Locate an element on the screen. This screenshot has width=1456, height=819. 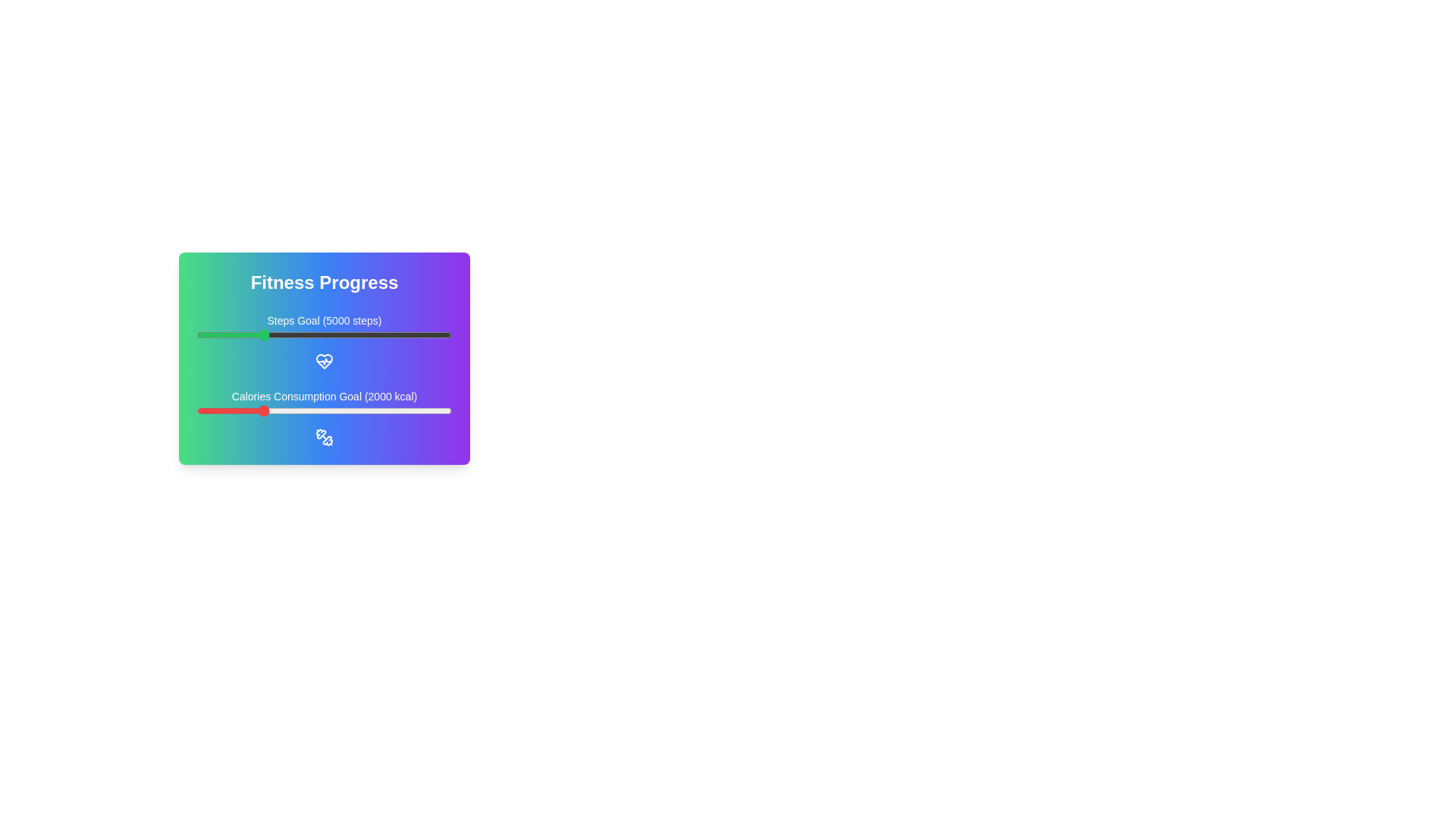
the calories goal is located at coordinates (291, 411).